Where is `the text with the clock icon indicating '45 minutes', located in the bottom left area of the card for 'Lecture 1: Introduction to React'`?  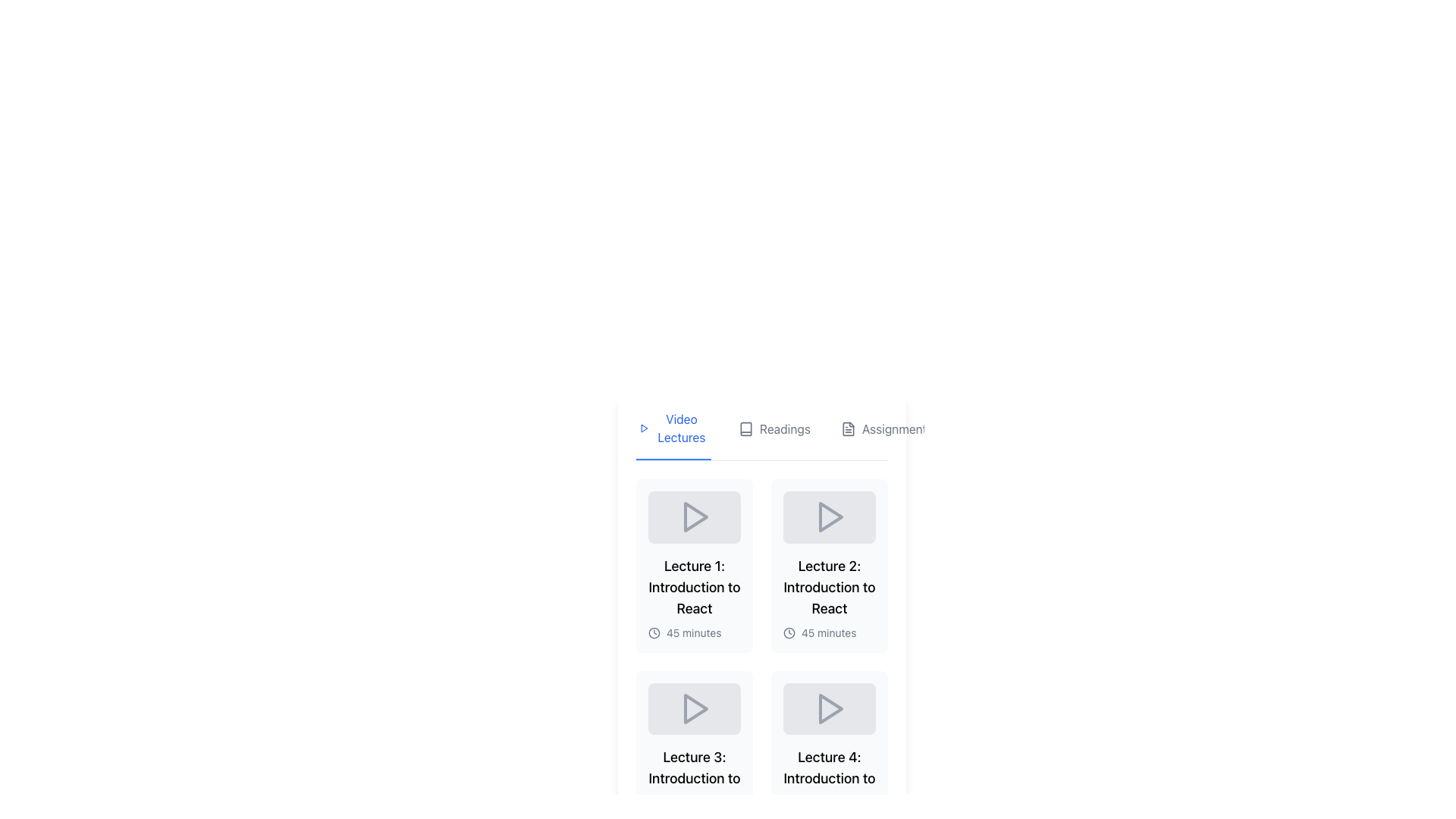 the text with the clock icon indicating '45 minutes', located in the bottom left area of the card for 'Lecture 1: Introduction to React' is located at coordinates (694, 632).